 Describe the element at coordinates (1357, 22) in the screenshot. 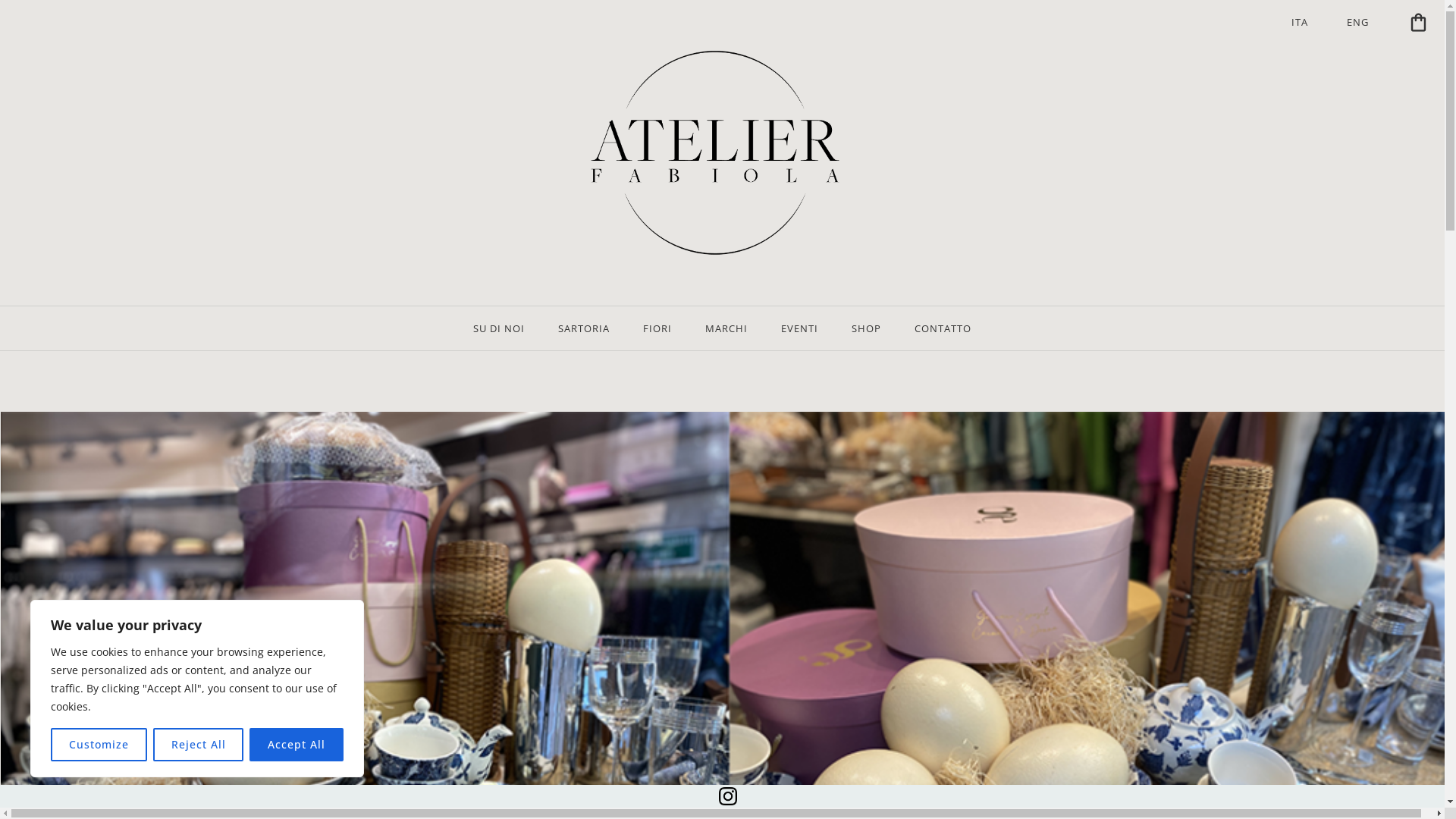

I see `'ENG'` at that location.